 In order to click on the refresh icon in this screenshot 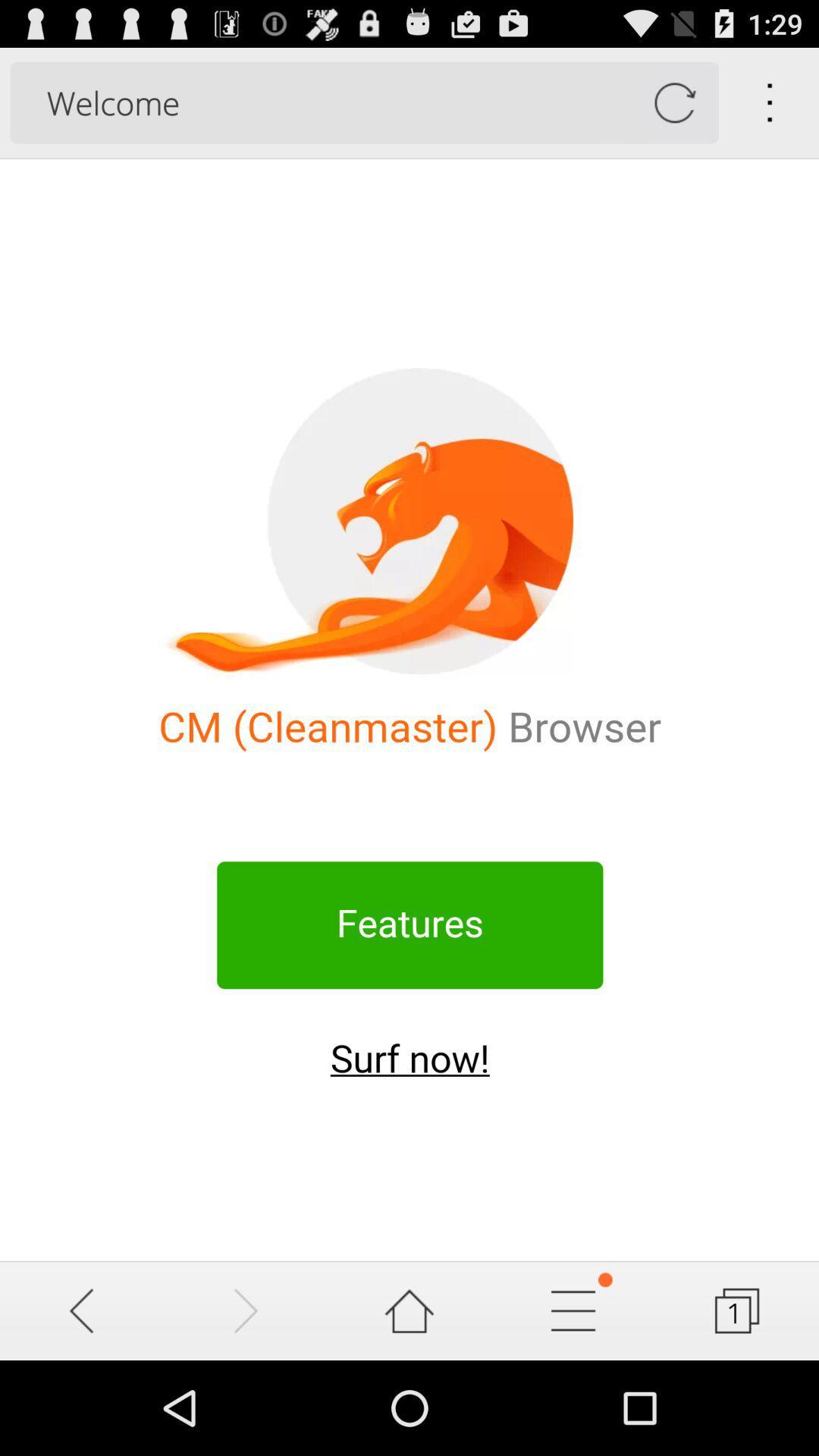, I will do `click(673, 109)`.